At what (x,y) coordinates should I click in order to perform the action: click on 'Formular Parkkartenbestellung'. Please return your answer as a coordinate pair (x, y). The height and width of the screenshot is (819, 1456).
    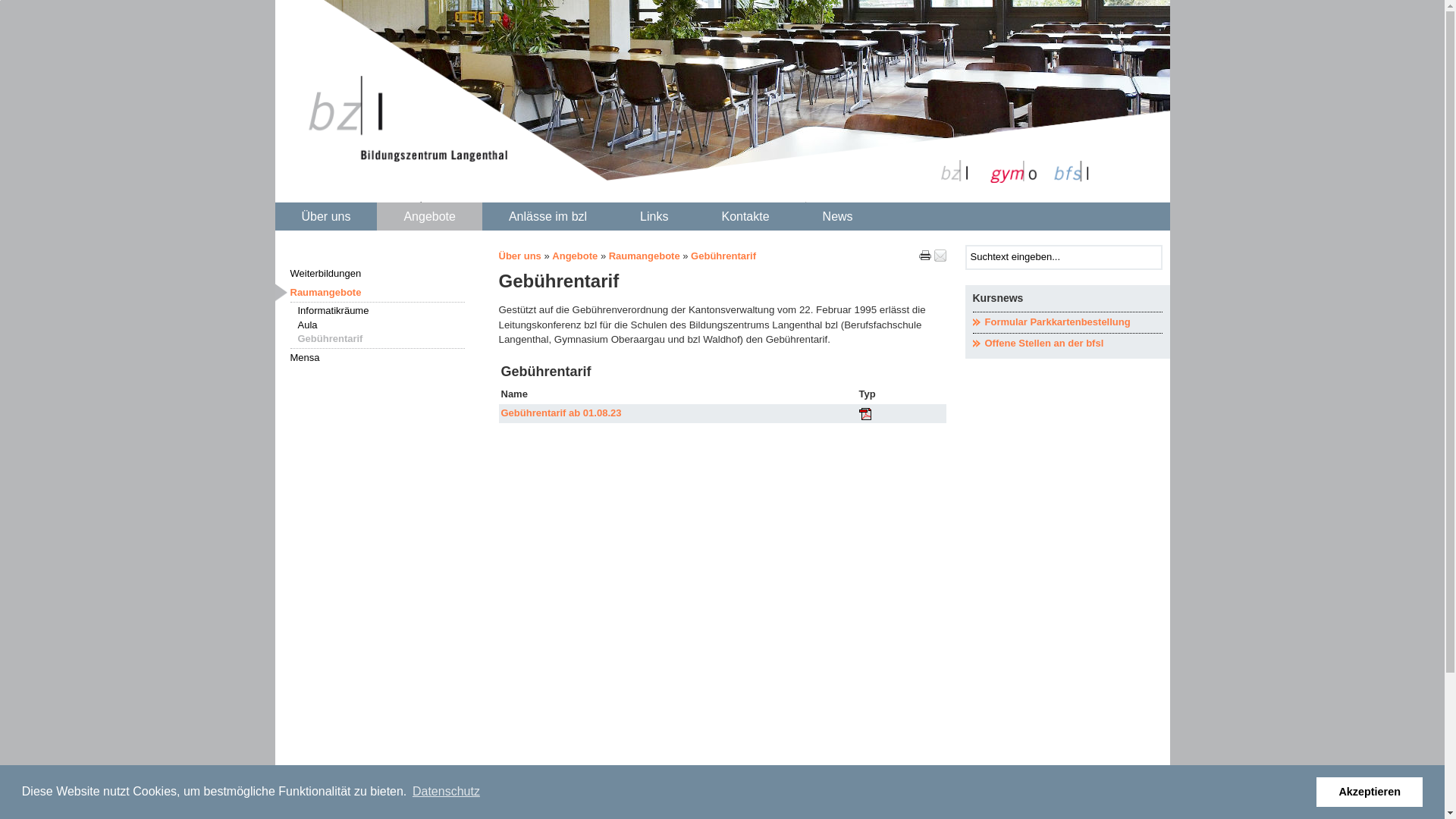
    Looking at the image, I should click on (971, 322).